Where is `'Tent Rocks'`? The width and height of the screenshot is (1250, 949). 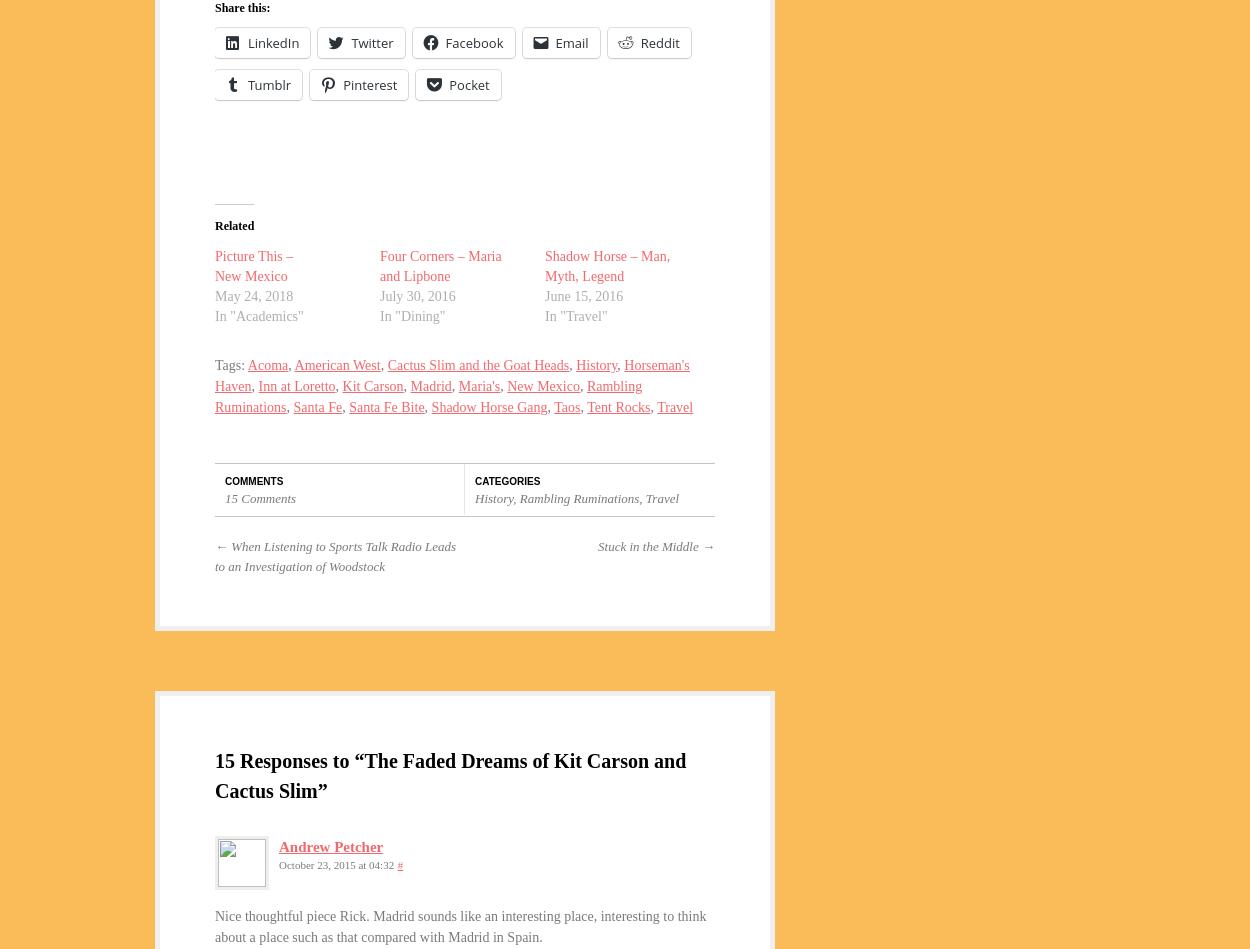
'Tent Rocks' is located at coordinates (617, 406).